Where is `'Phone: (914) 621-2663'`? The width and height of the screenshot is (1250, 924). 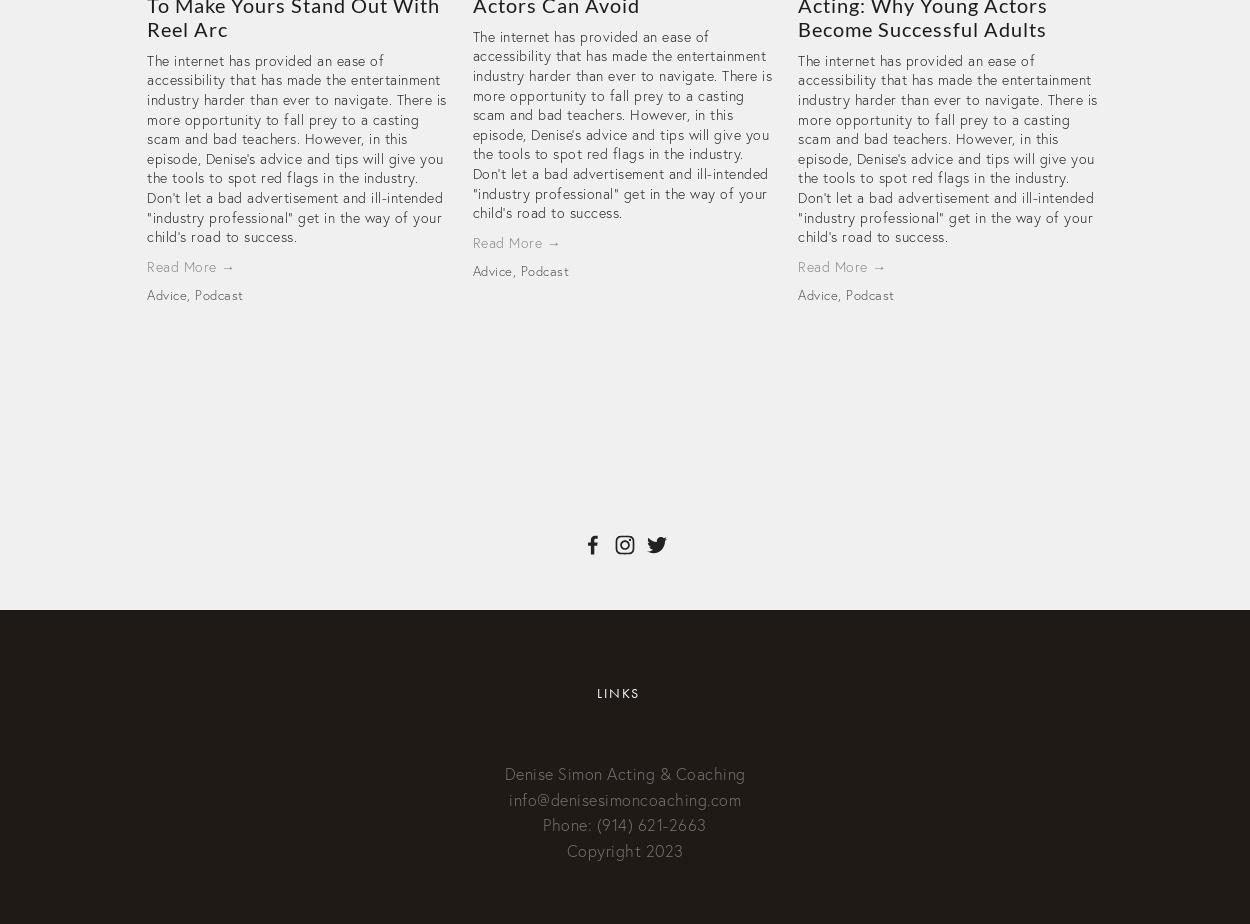 'Phone: (914) 621-2663' is located at coordinates (623, 824).